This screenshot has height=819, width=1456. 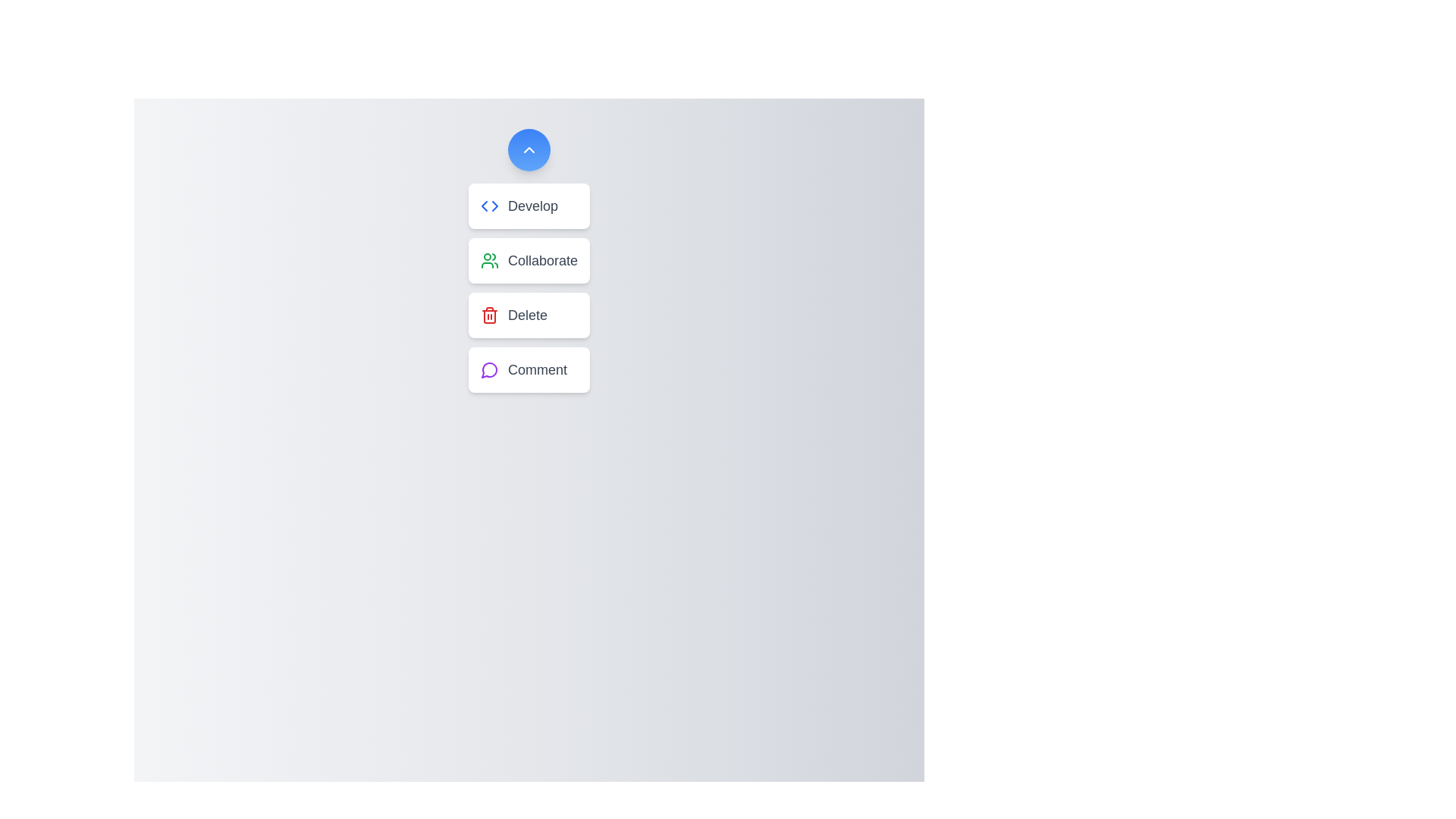 I want to click on the button labeled Collaborate, so click(x=529, y=259).